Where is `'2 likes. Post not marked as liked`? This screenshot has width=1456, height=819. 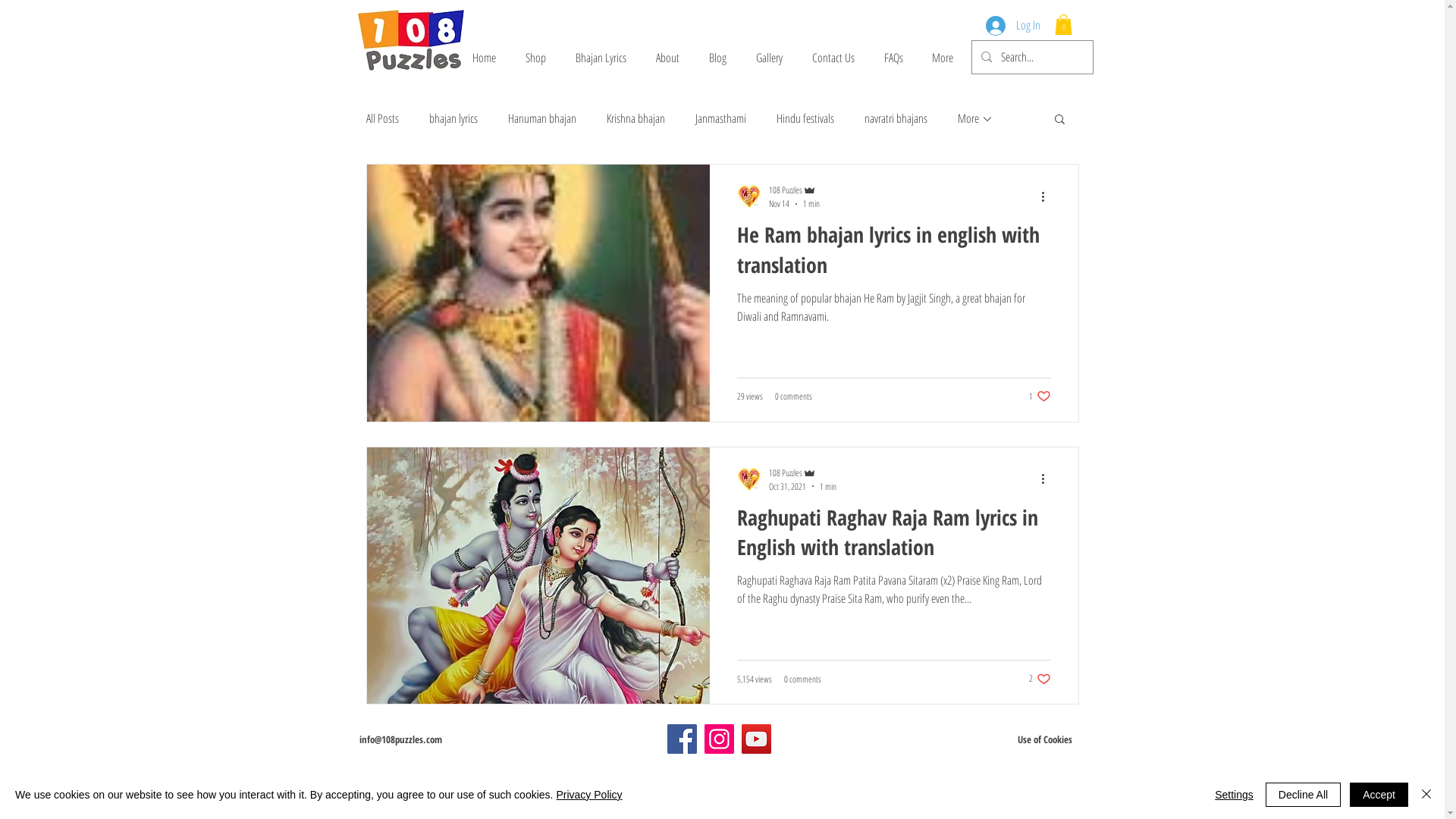
'2 likes. Post not marked as liked is located at coordinates (1038, 678).